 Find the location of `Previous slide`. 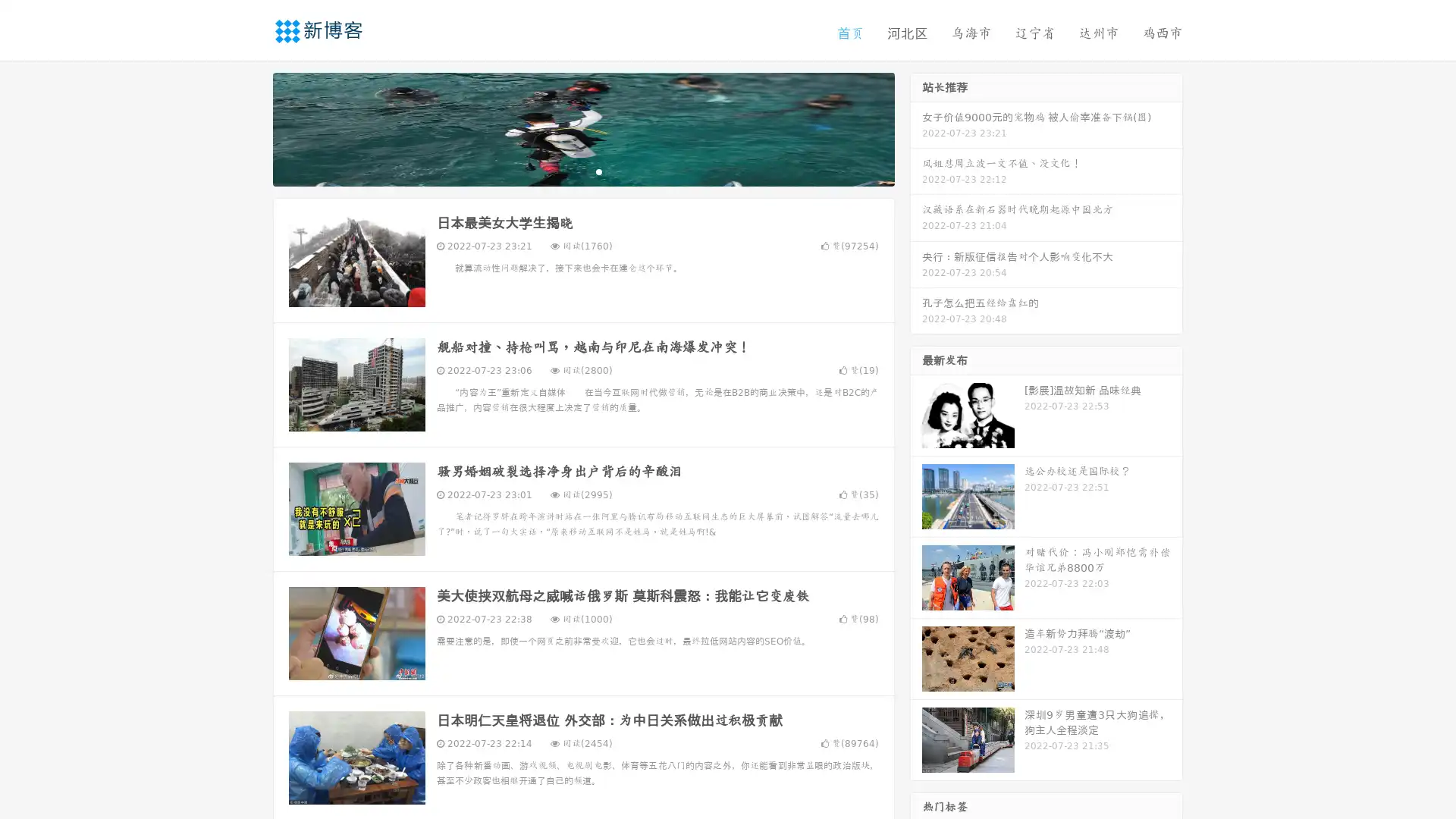

Previous slide is located at coordinates (250, 127).